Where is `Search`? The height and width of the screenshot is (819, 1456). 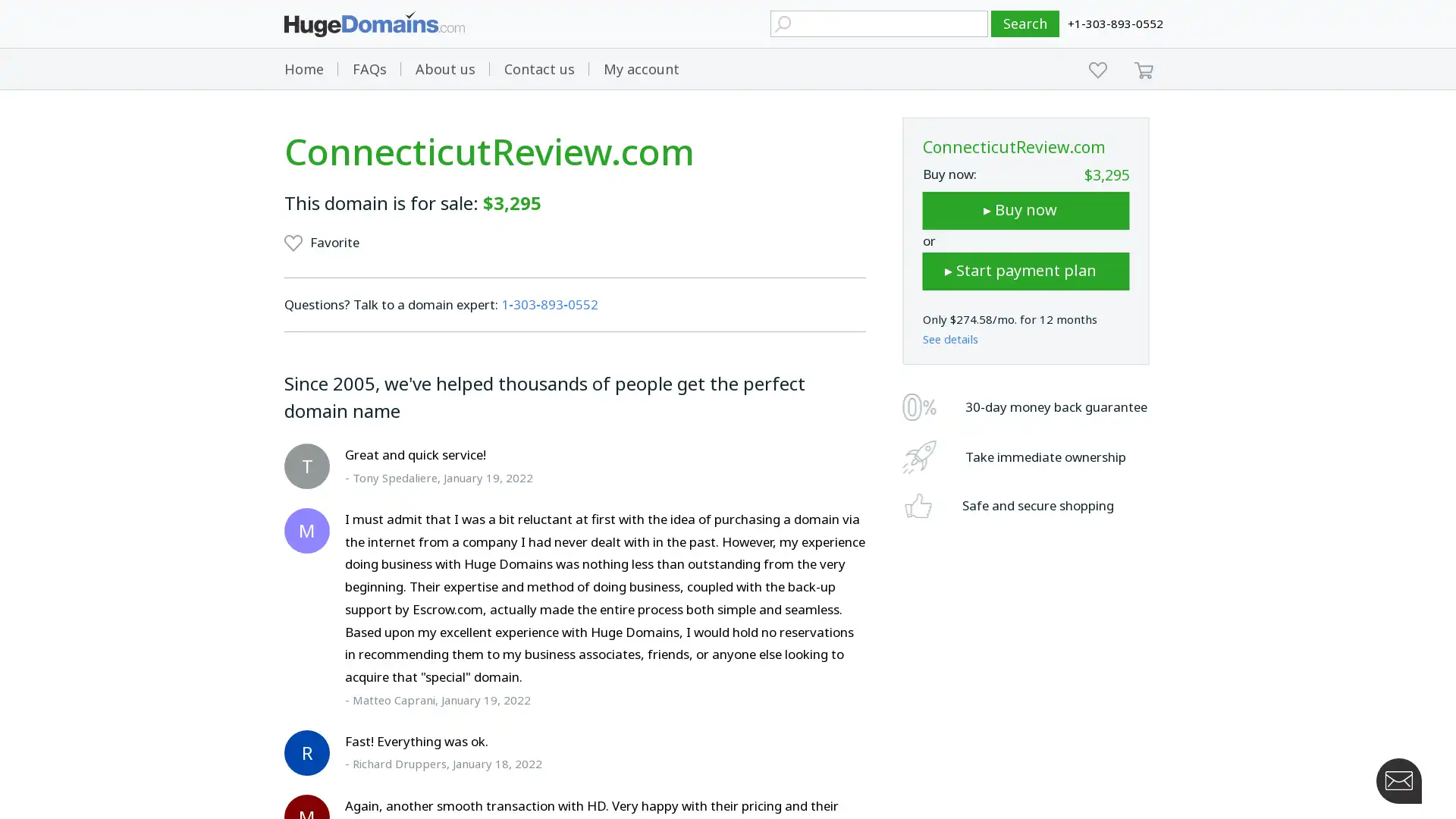
Search is located at coordinates (1025, 24).